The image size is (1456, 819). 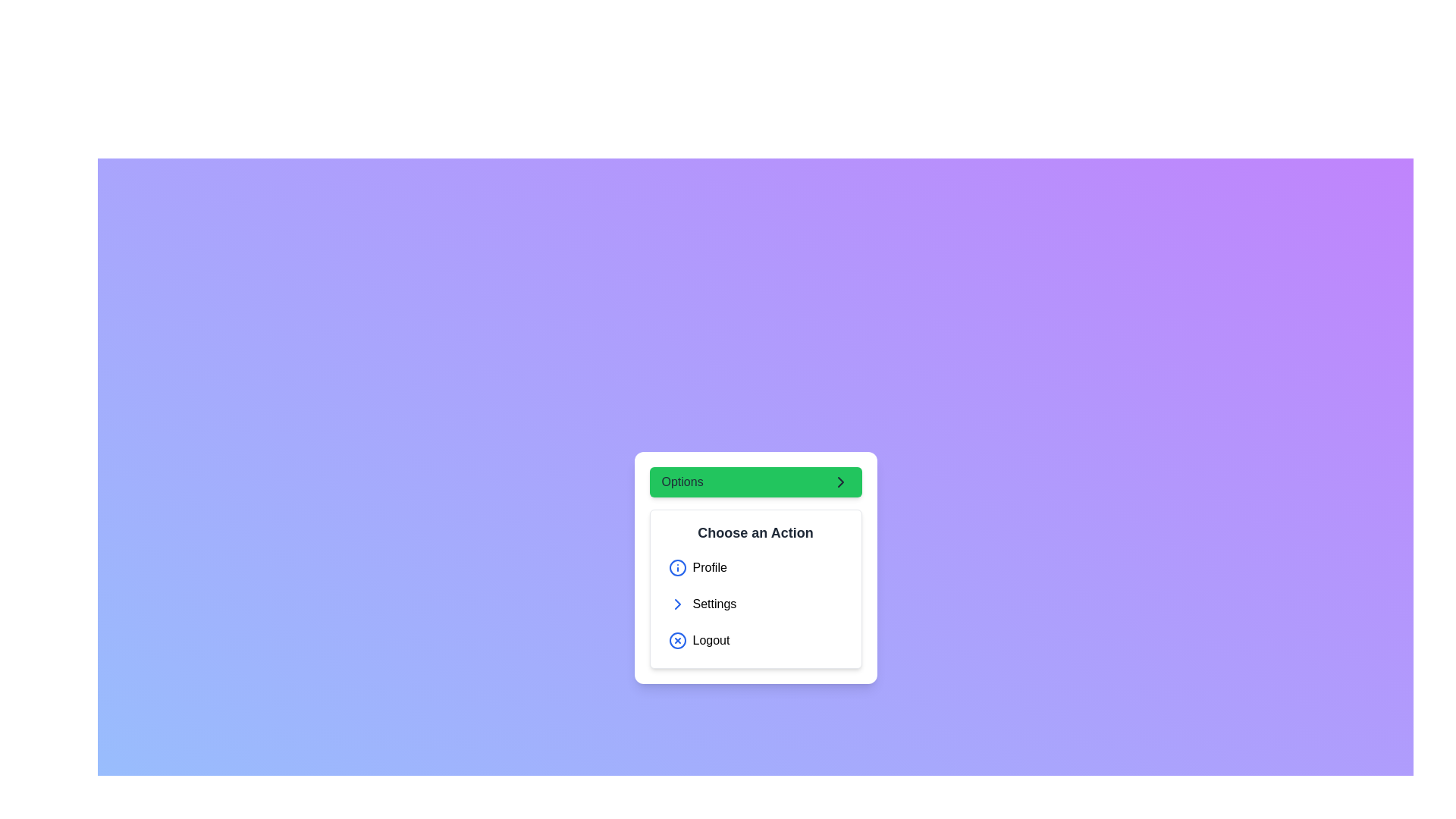 I want to click on the circular icon with a blue border and centered blue dot that precedes the 'Profile' text in the 'Choose an Action' section, so click(x=676, y=567).